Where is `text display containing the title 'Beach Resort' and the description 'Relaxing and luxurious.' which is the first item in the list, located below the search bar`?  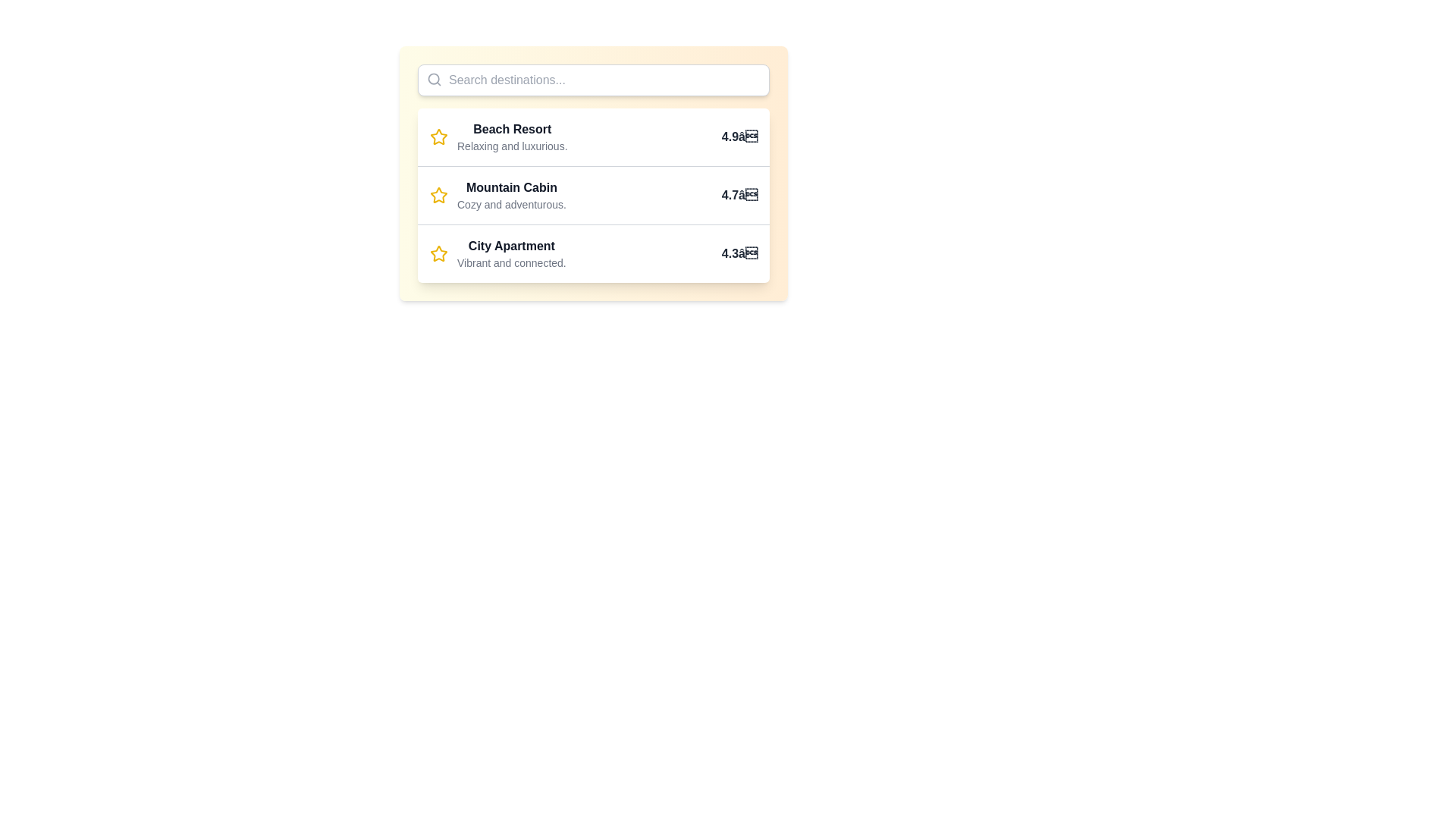 text display containing the title 'Beach Resort' and the description 'Relaxing and luxurious.' which is the first item in the list, located below the search bar is located at coordinates (512, 137).